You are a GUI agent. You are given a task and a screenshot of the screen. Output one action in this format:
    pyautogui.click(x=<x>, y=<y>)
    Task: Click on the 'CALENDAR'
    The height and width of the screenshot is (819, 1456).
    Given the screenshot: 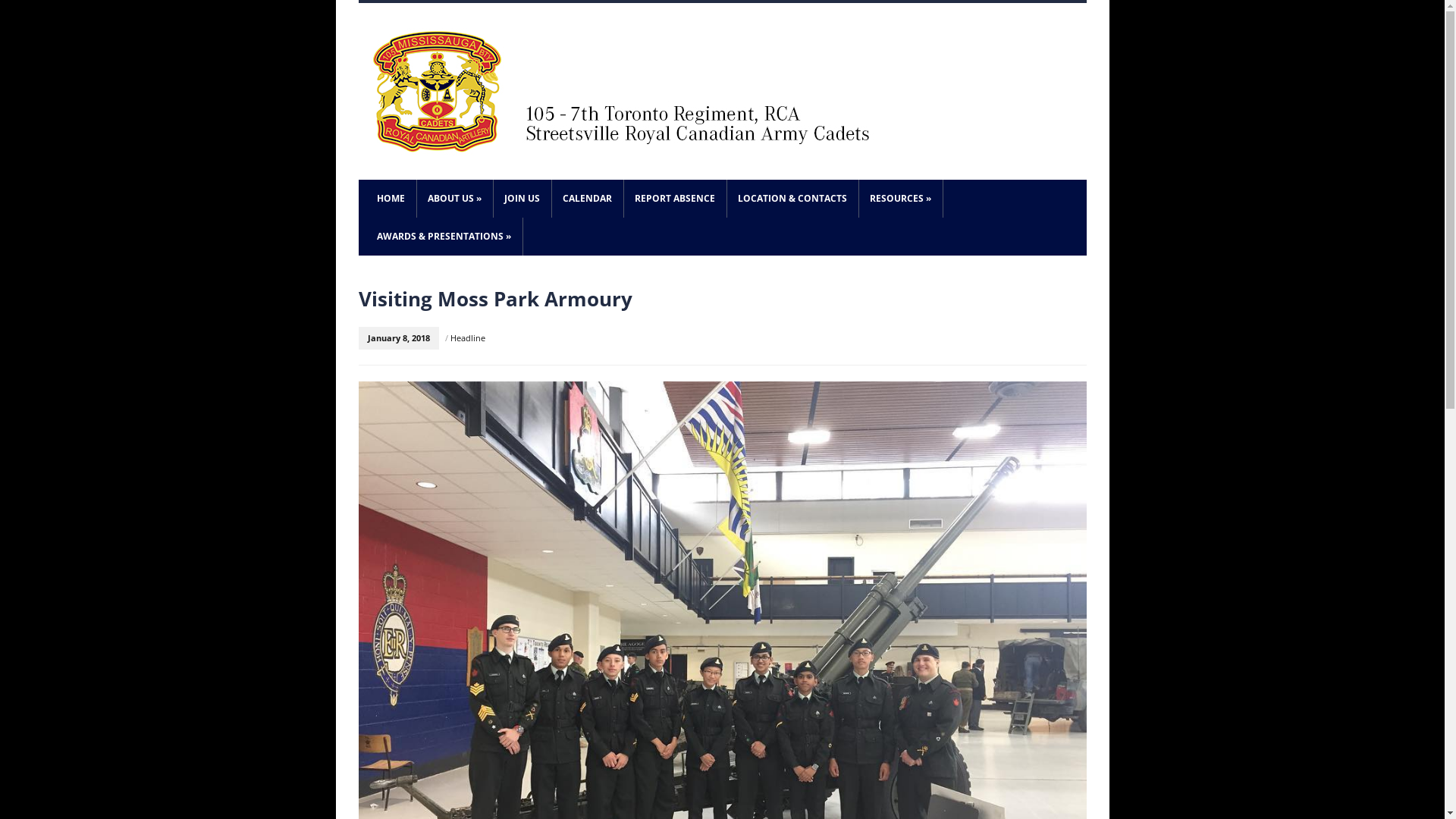 What is the action you would take?
    pyautogui.click(x=586, y=198)
    